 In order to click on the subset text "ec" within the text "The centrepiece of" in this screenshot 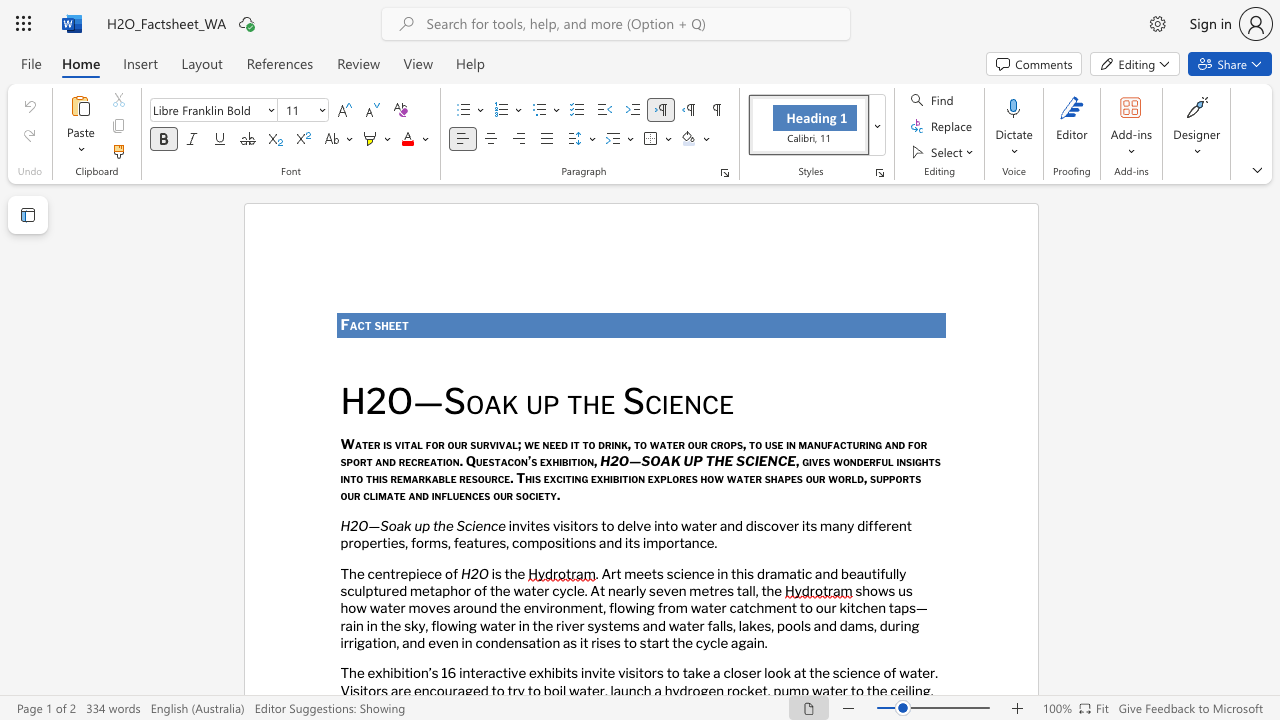, I will do `click(418, 573)`.